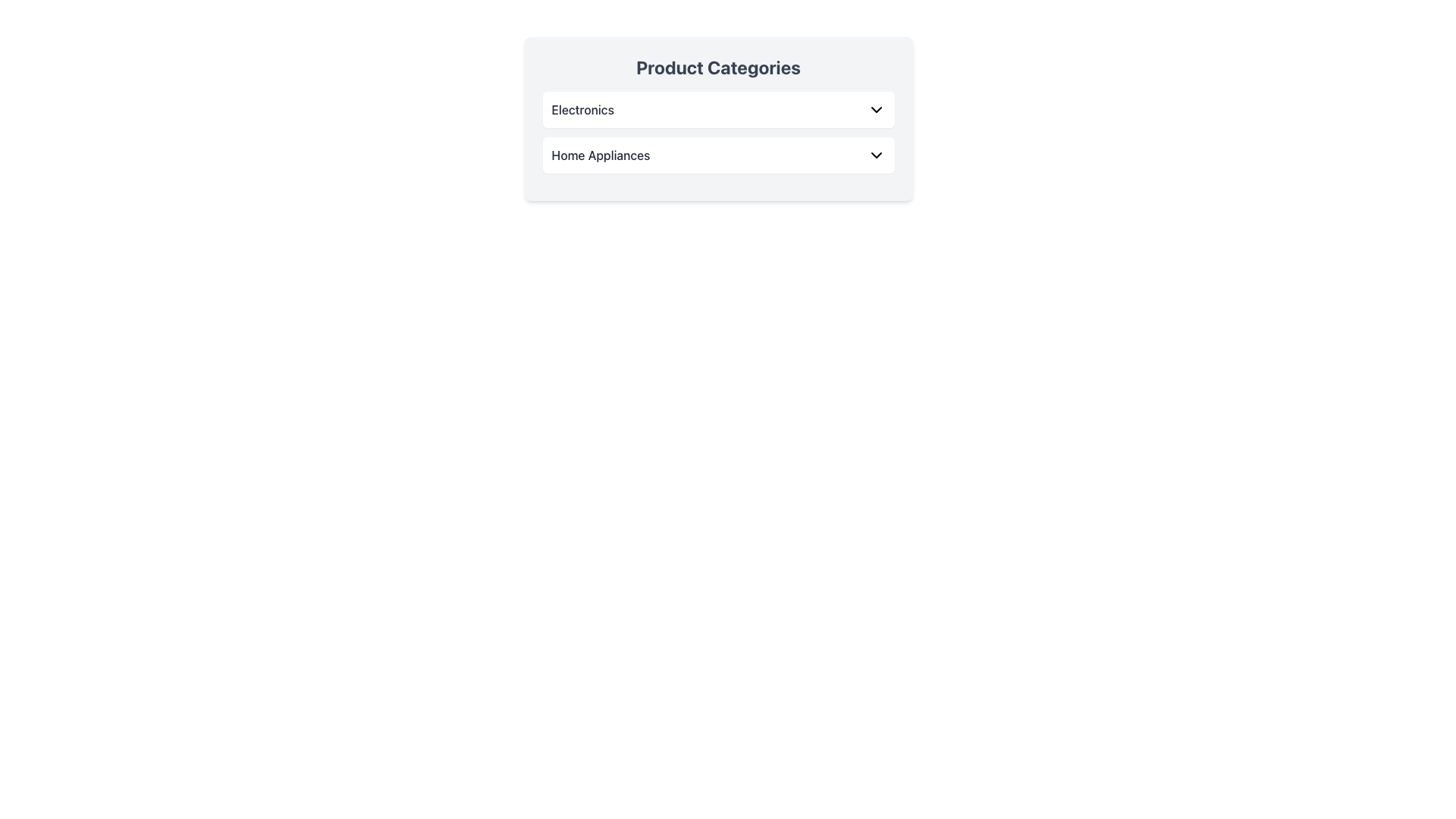 The width and height of the screenshot is (1456, 819). What do you see at coordinates (876, 155) in the screenshot?
I see `the downward-facing chevron icon located on the far right side of the 'Home Appliances' row` at bounding box center [876, 155].